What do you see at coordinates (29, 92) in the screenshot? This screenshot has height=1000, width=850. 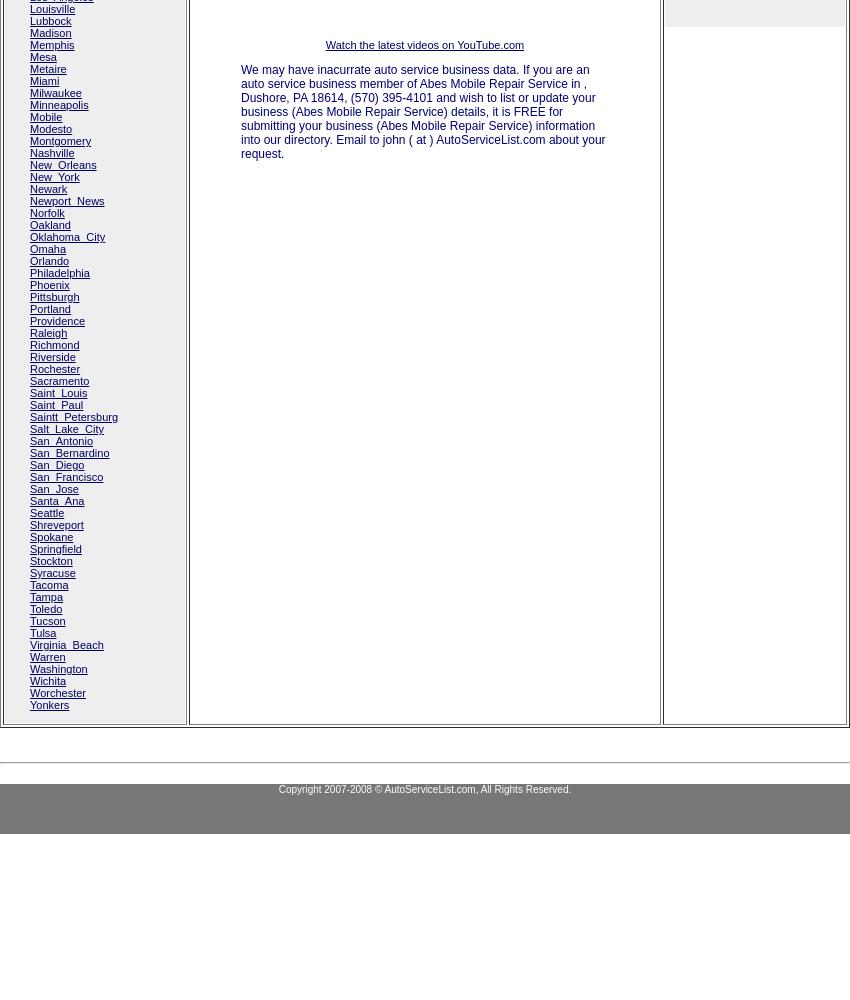 I see `'Milwaukee'` at bounding box center [29, 92].